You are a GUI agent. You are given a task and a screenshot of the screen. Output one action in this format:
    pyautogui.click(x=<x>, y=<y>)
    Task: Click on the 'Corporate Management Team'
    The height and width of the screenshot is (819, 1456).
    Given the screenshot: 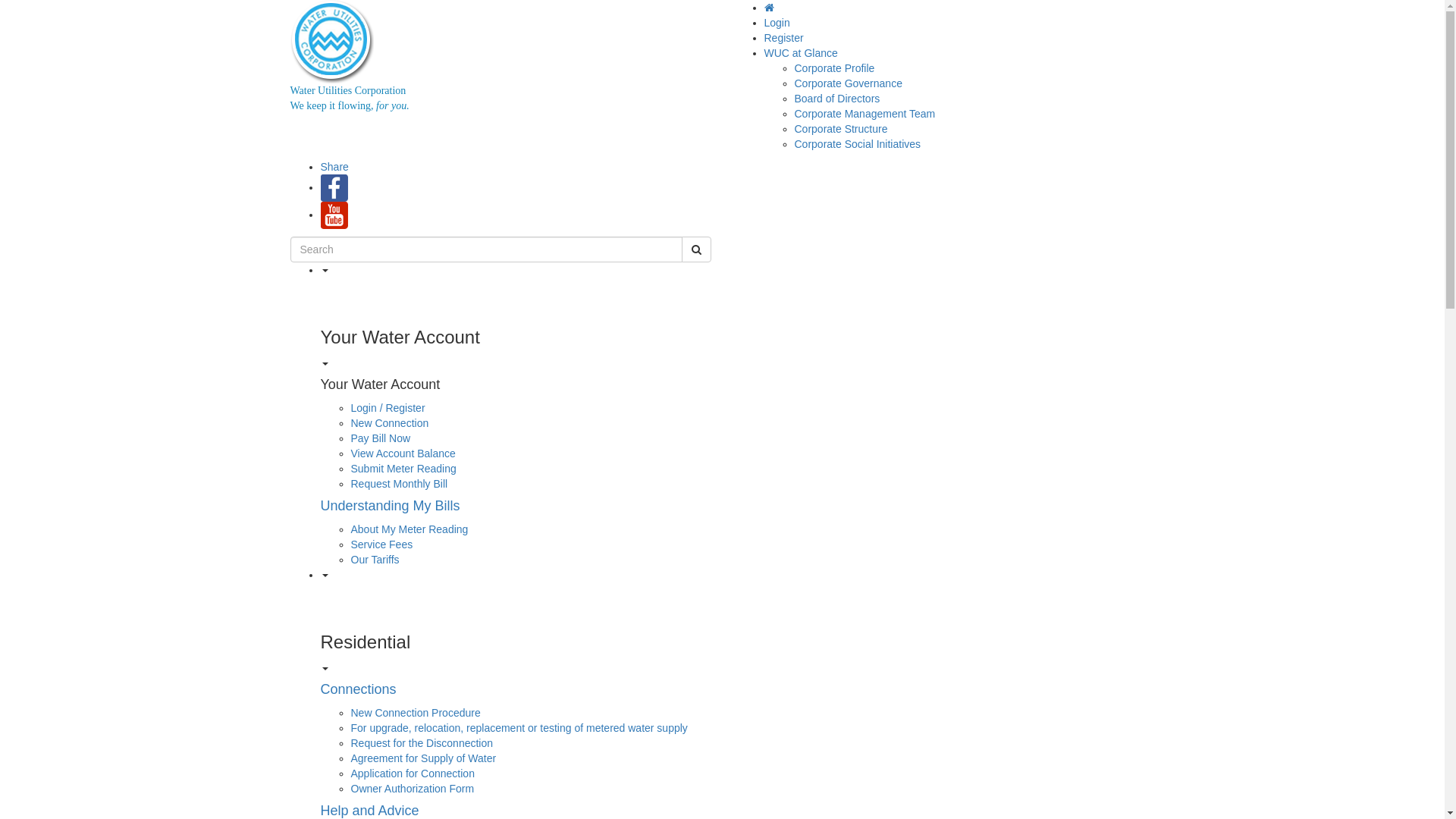 What is the action you would take?
    pyautogui.click(x=865, y=113)
    